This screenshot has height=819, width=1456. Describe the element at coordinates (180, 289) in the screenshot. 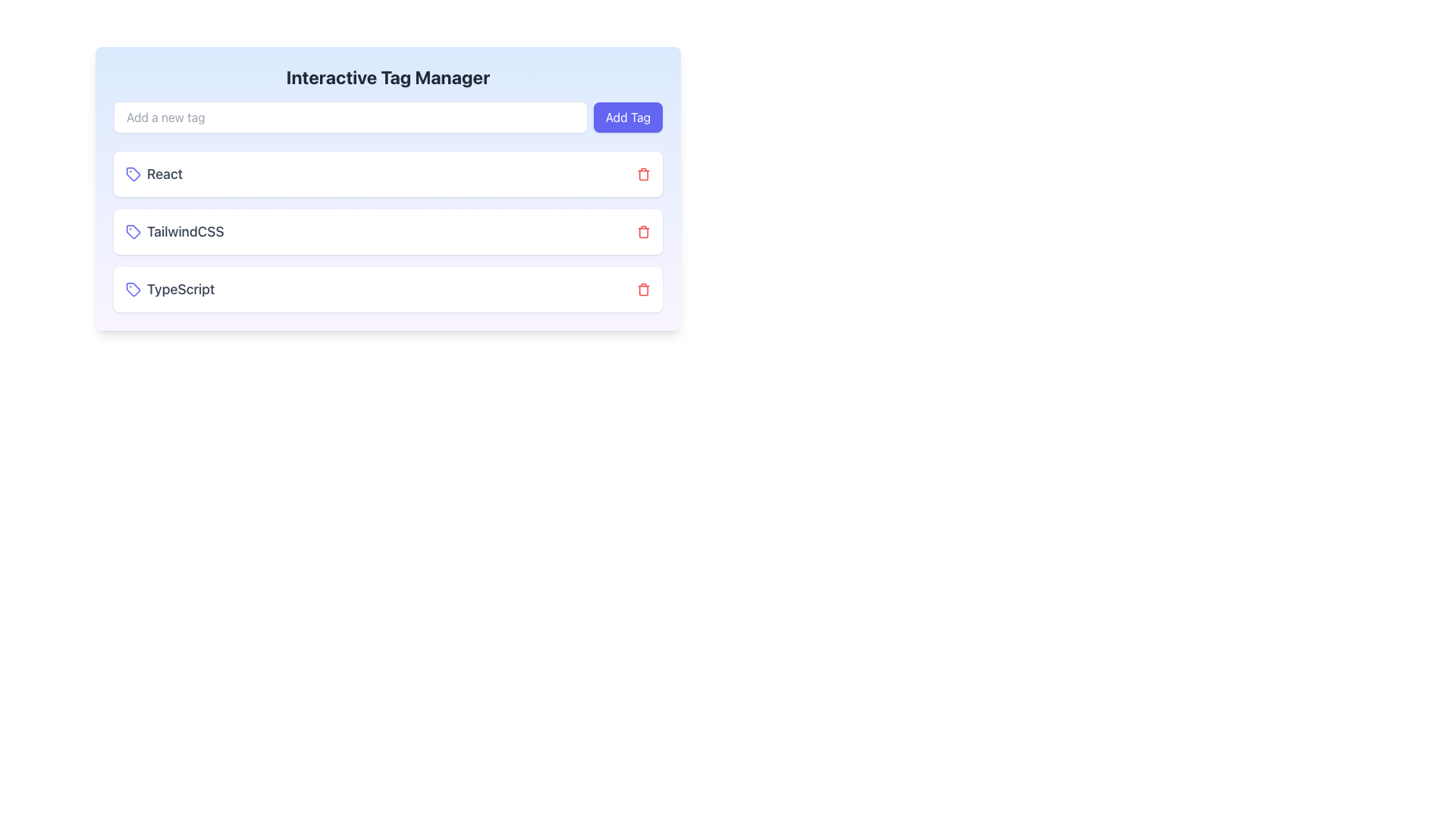

I see `the 'TypeScript' text label, which is rendered in gray, bold font, located at the bottom of the list` at that location.